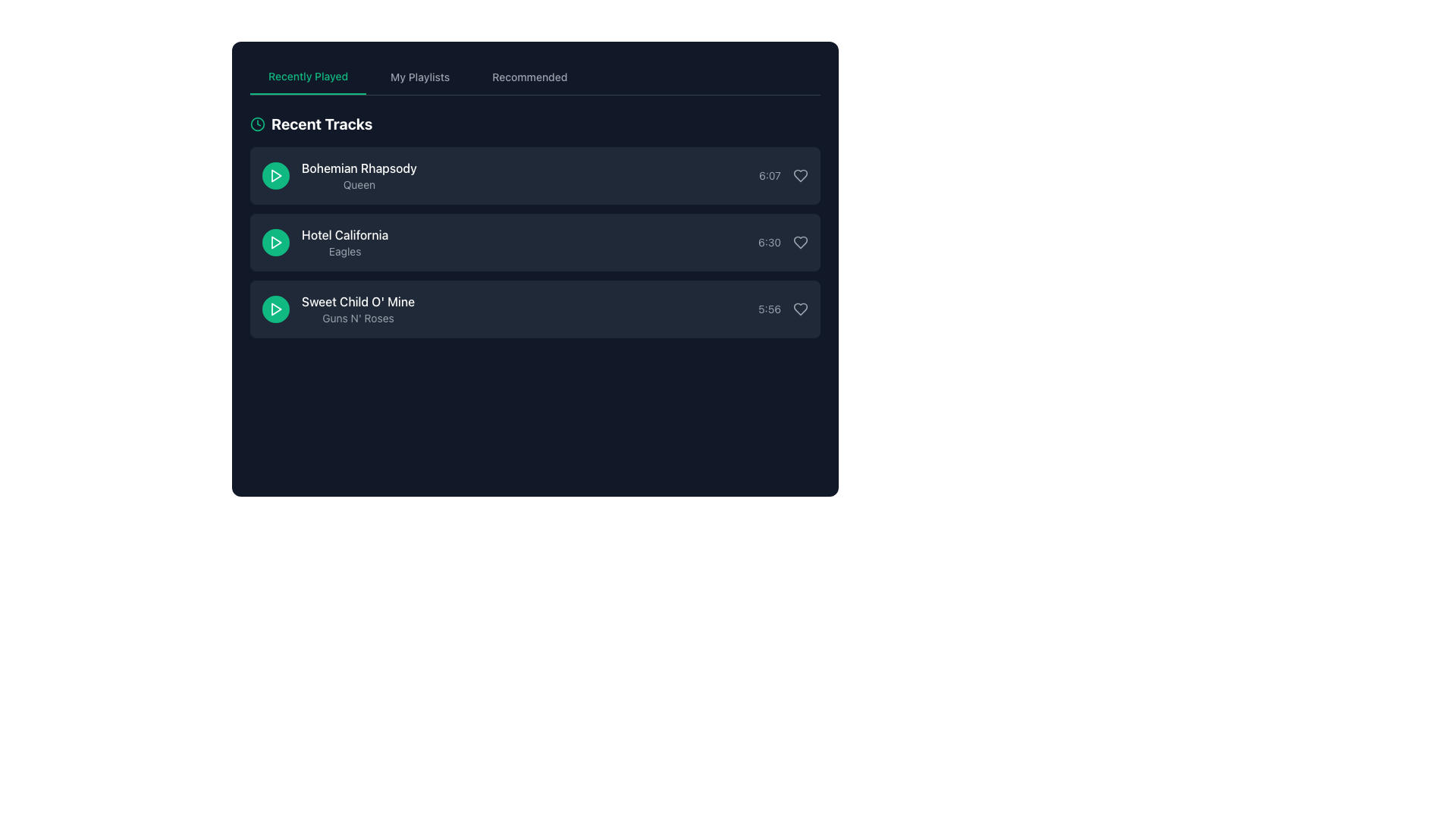 The height and width of the screenshot is (819, 1456). What do you see at coordinates (358, 168) in the screenshot?
I see `the Text label displaying the title of the track currently listed, which is positioned above the artist name 'Queen' in the 'Recent Tracks' section` at bounding box center [358, 168].